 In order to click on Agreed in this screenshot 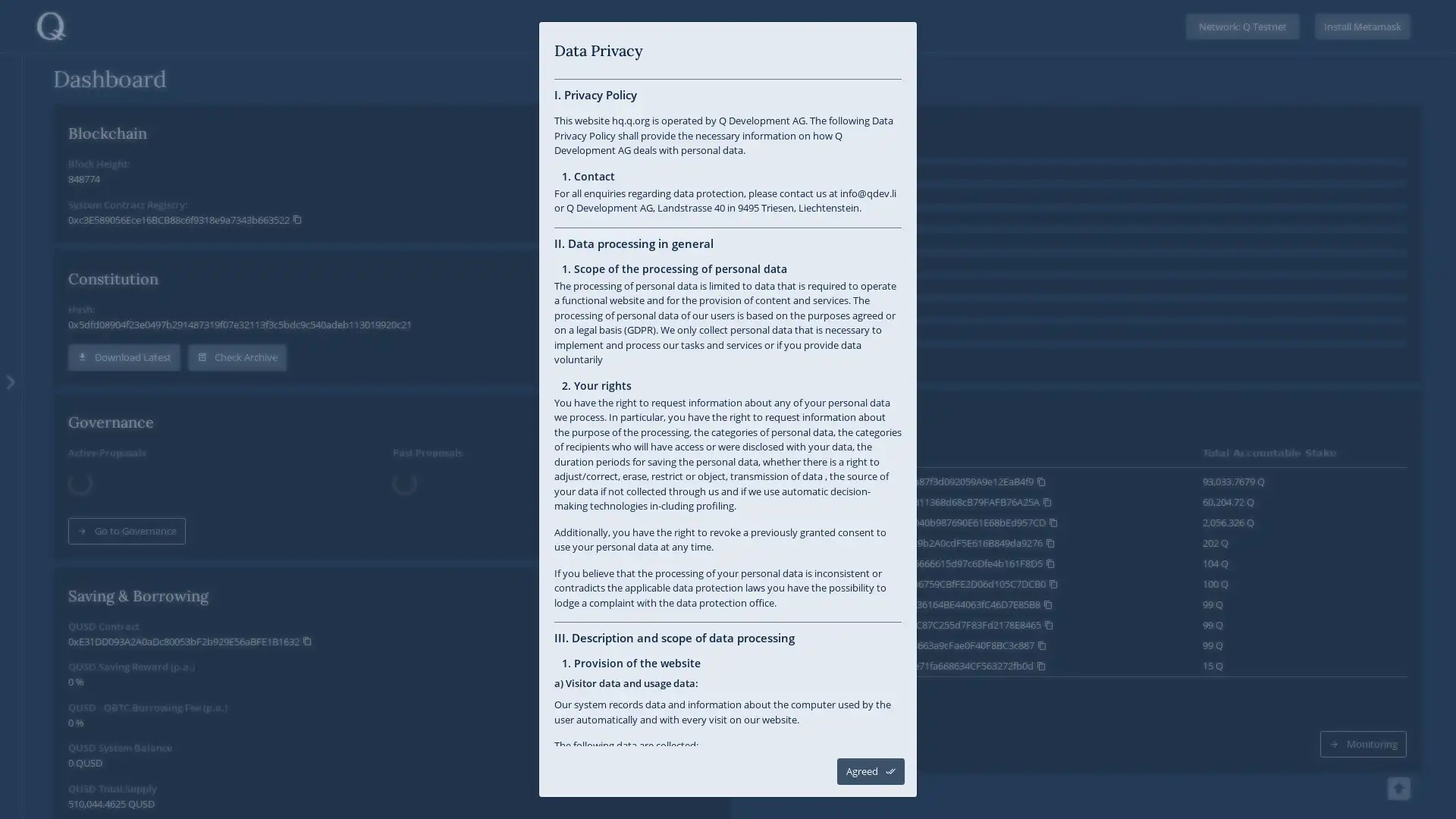, I will do `click(871, 771)`.